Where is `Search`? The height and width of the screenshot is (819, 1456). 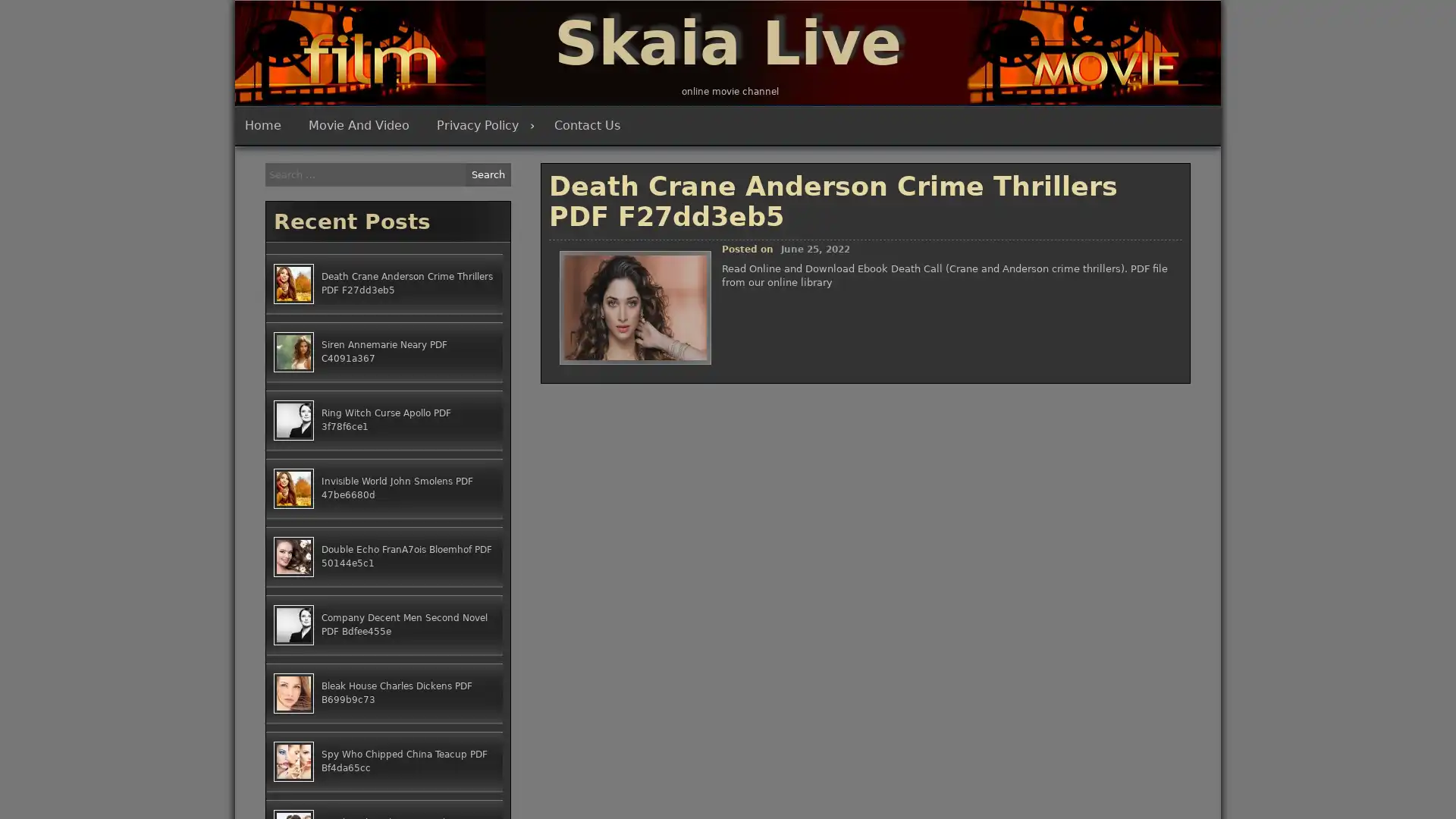
Search is located at coordinates (488, 174).